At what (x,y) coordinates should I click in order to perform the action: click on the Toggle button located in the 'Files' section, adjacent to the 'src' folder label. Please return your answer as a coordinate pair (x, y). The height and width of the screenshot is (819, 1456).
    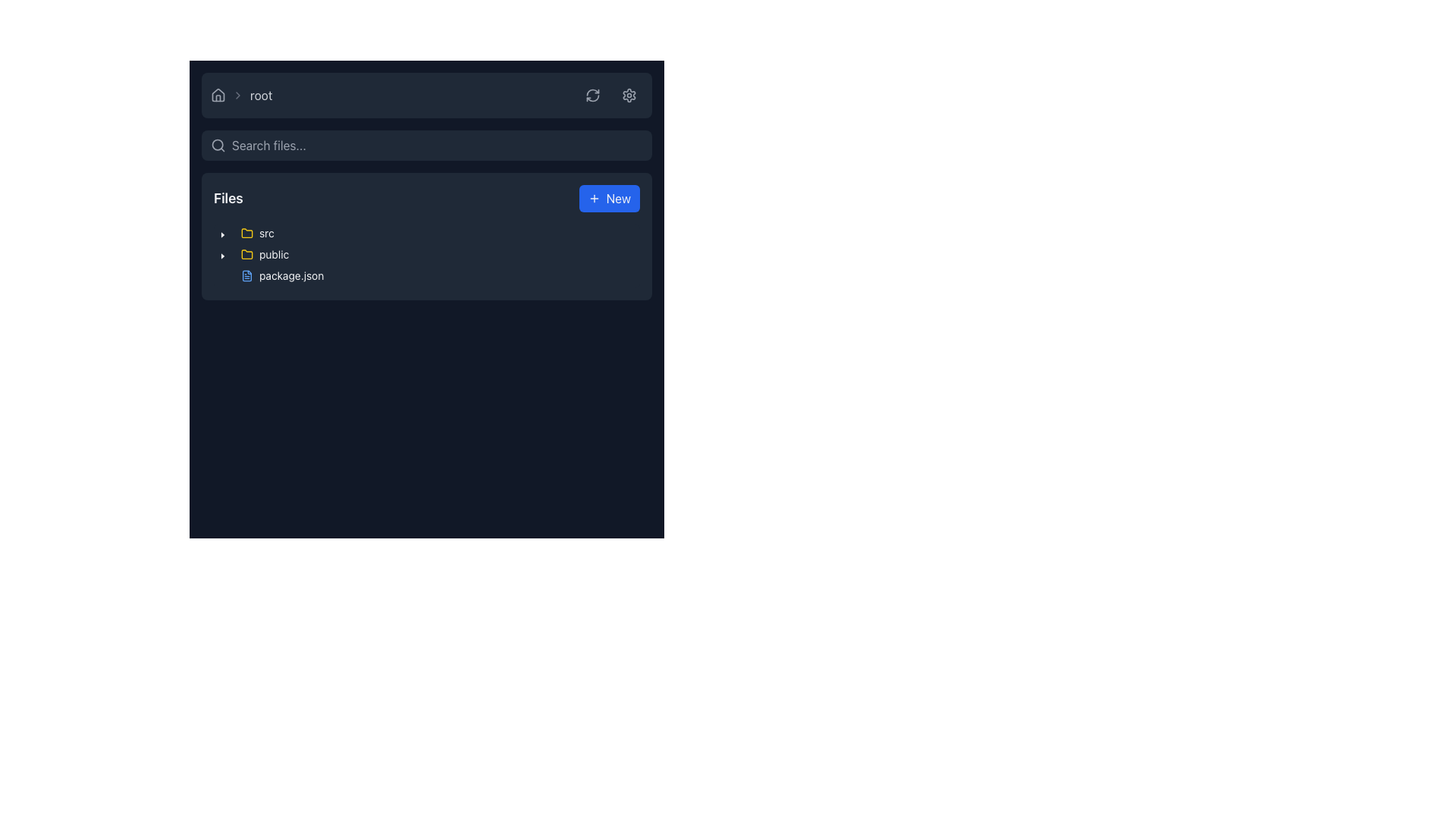
    Looking at the image, I should click on (221, 256).